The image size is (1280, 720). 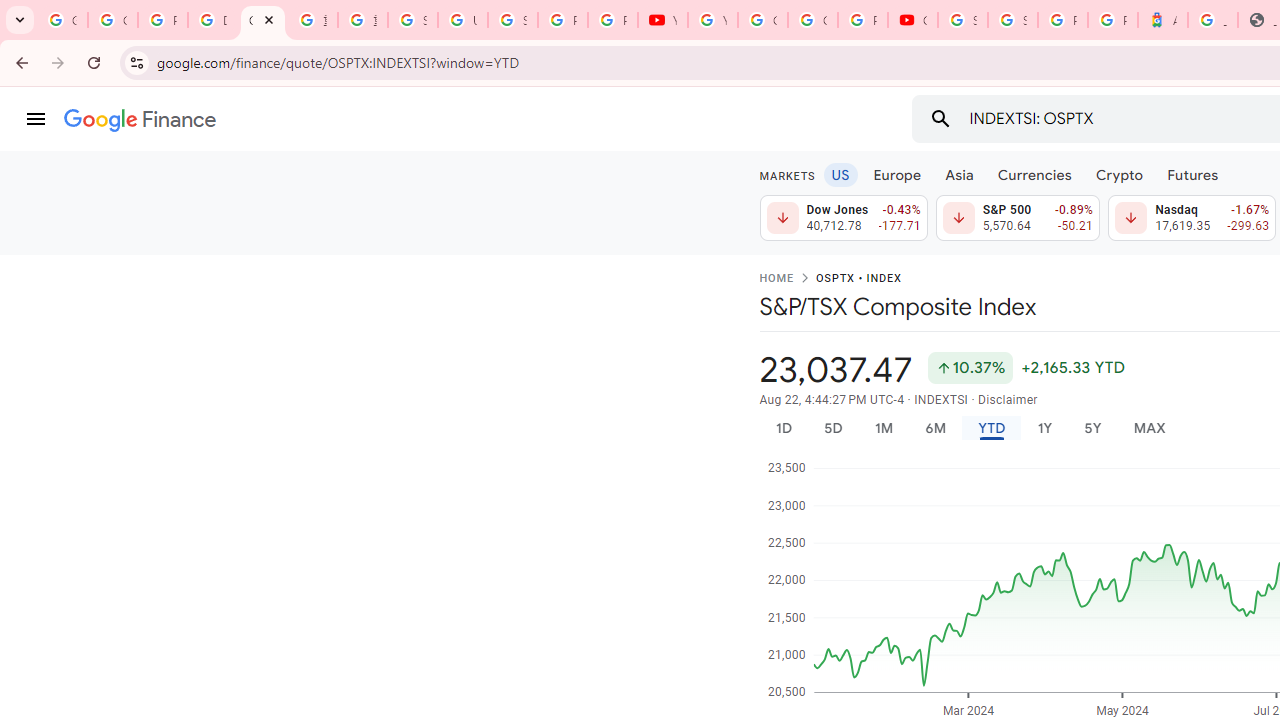 What do you see at coordinates (1091, 427) in the screenshot?
I see `'5Y'` at bounding box center [1091, 427].